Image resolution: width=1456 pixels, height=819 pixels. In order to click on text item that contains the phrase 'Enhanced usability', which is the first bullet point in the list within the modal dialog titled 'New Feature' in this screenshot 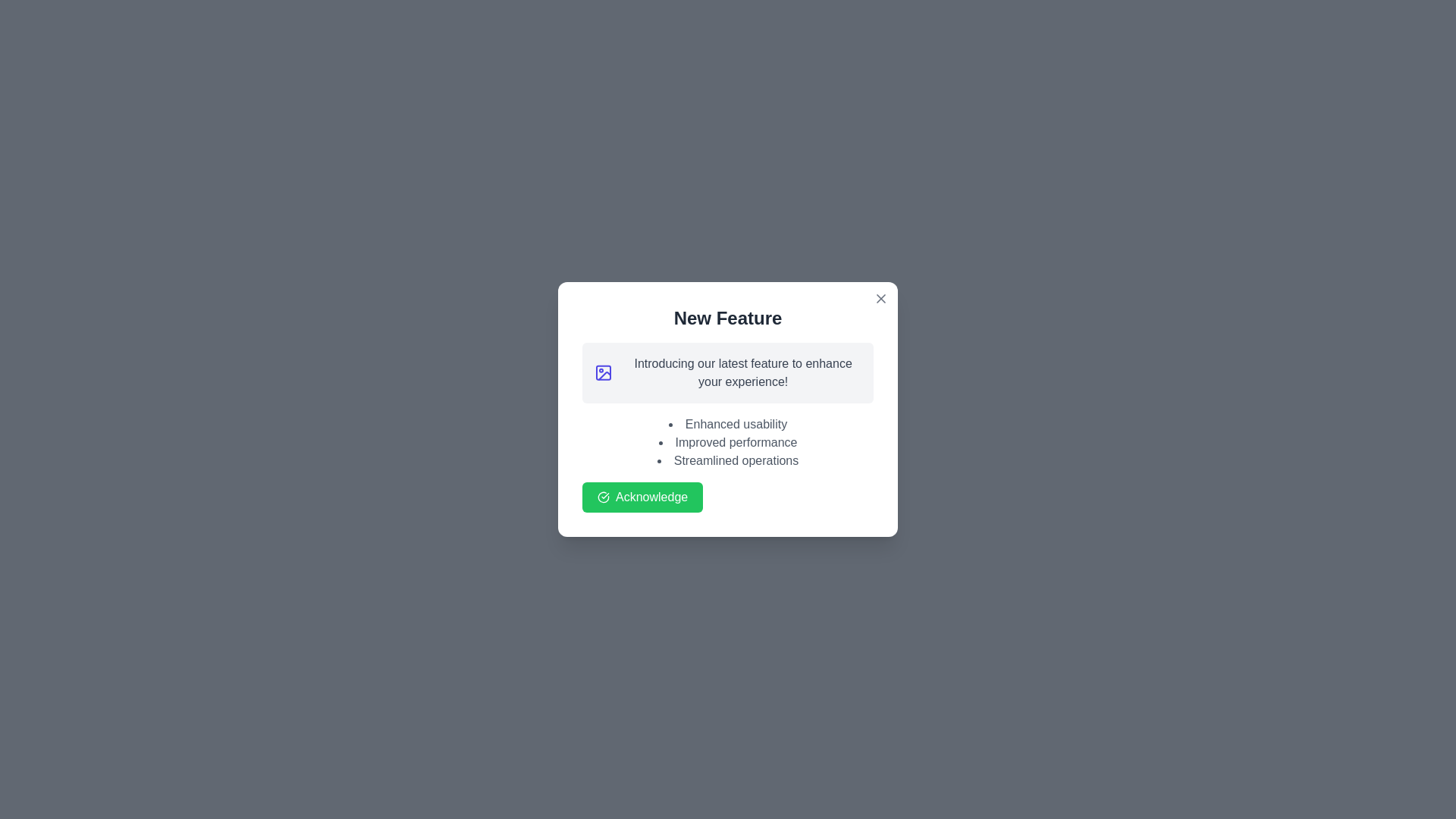, I will do `click(728, 424)`.